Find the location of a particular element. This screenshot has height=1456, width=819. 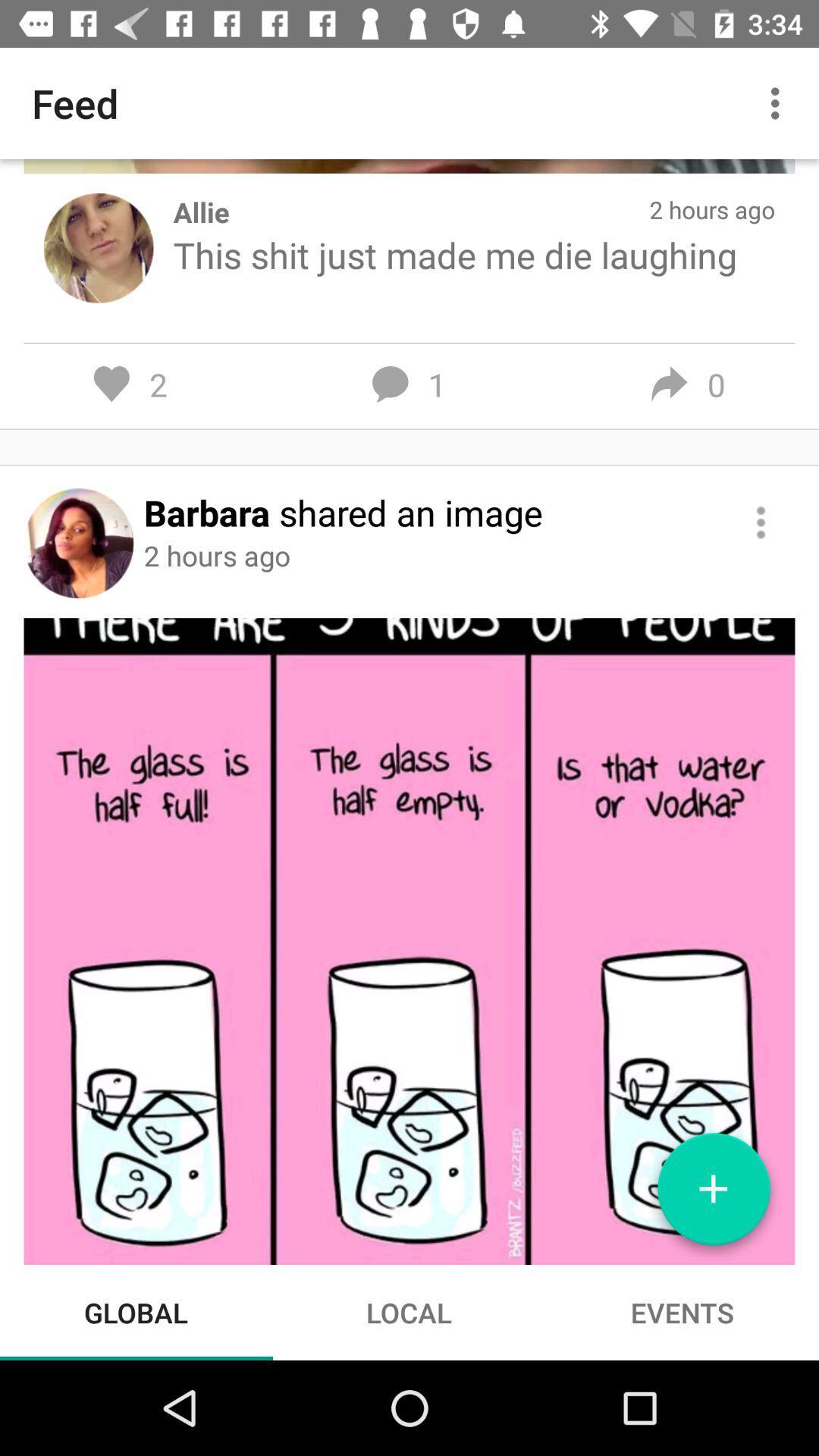

icon to the right of the barbara shared an is located at coordinates (761, 522).